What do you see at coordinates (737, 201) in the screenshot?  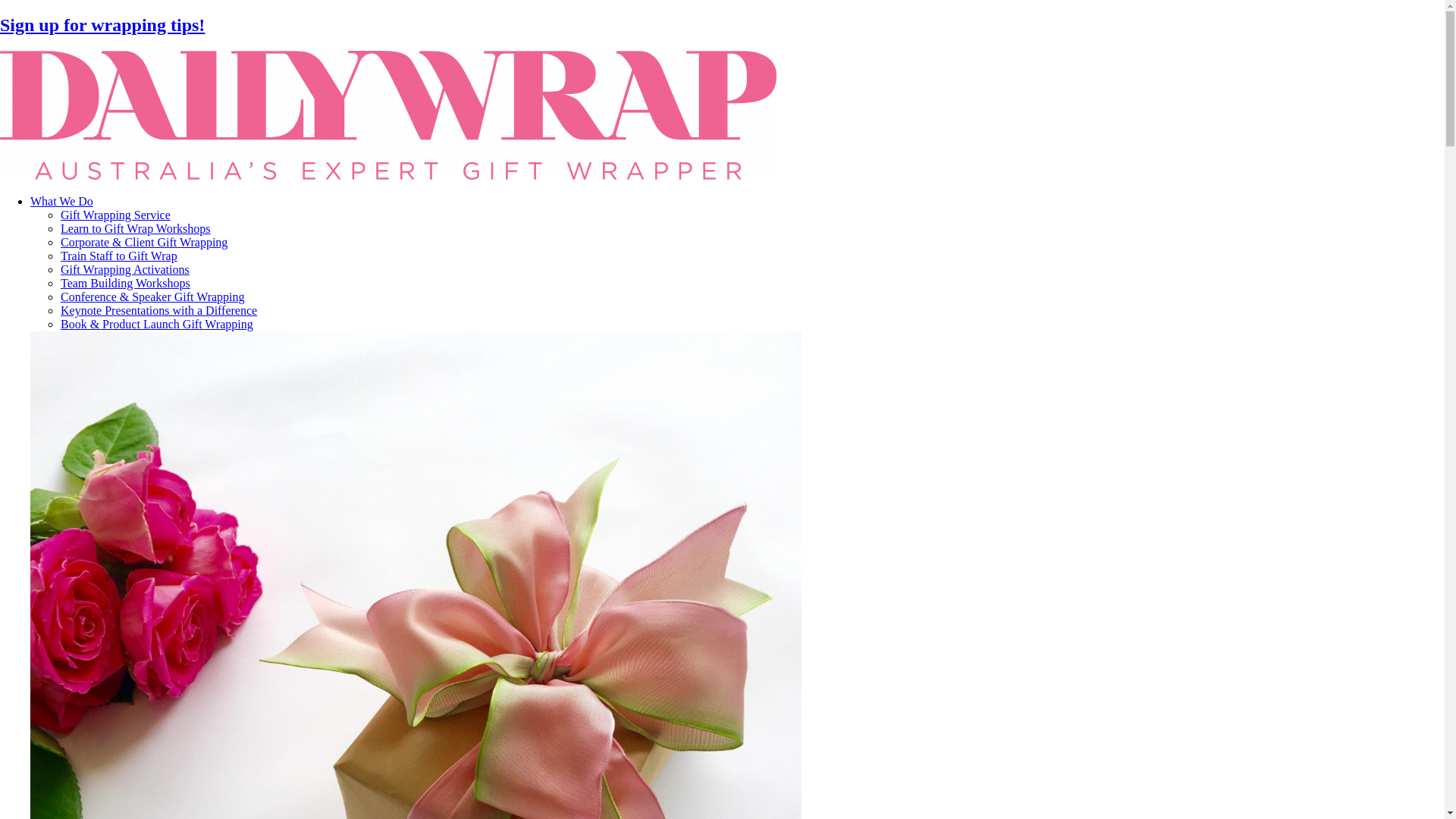 I see `'What We Do'` at bounding box center [737, 201].